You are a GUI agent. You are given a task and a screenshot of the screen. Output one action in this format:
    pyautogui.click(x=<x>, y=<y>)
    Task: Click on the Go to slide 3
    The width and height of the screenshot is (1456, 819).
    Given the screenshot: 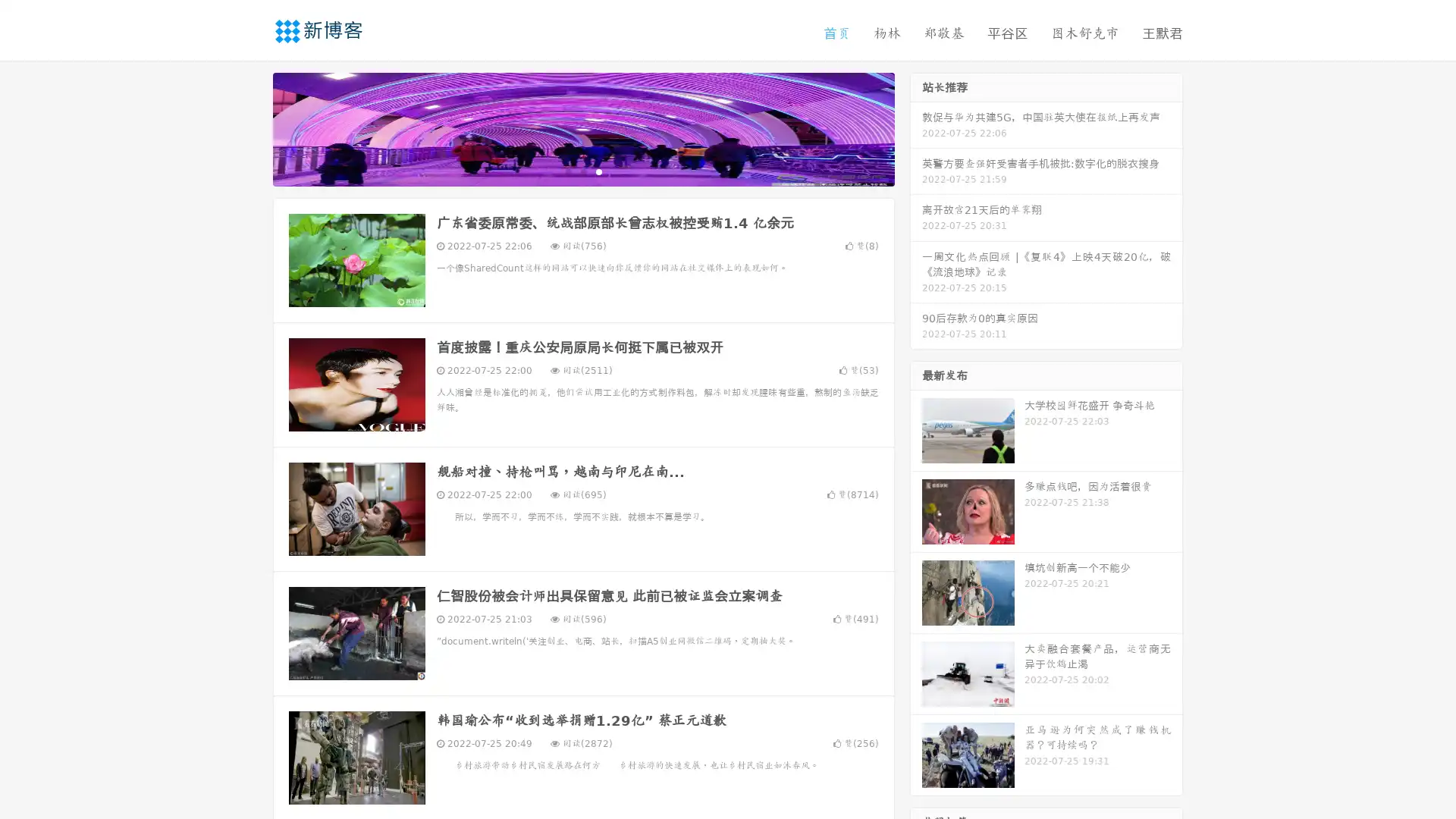 What is the action you would take?
    pyautogui.click(x=598, y=171)
    